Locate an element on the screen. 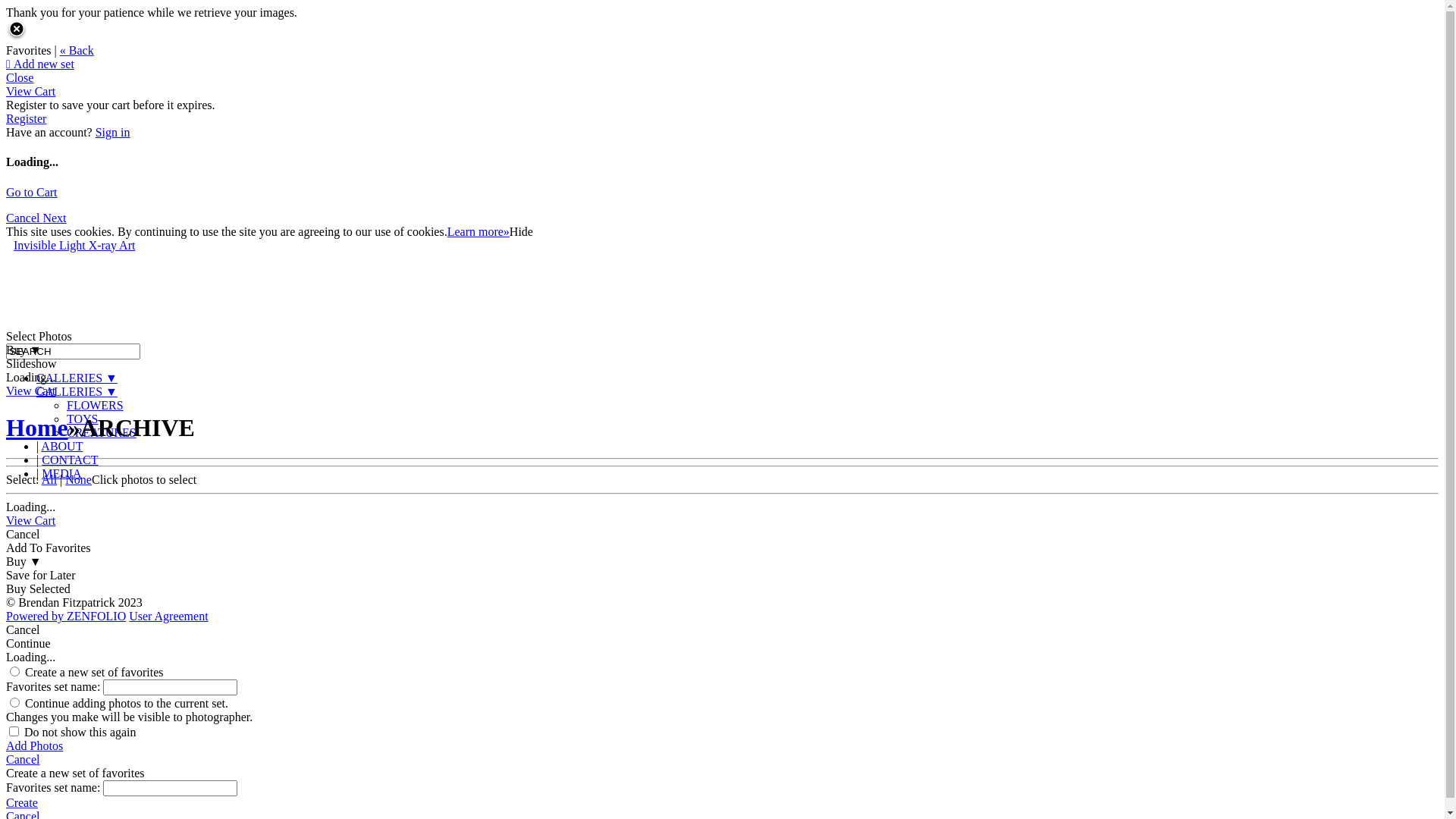 This screenshot has height=819, width=1456. 'Go to Cart' is located at coordinates (32, 191).